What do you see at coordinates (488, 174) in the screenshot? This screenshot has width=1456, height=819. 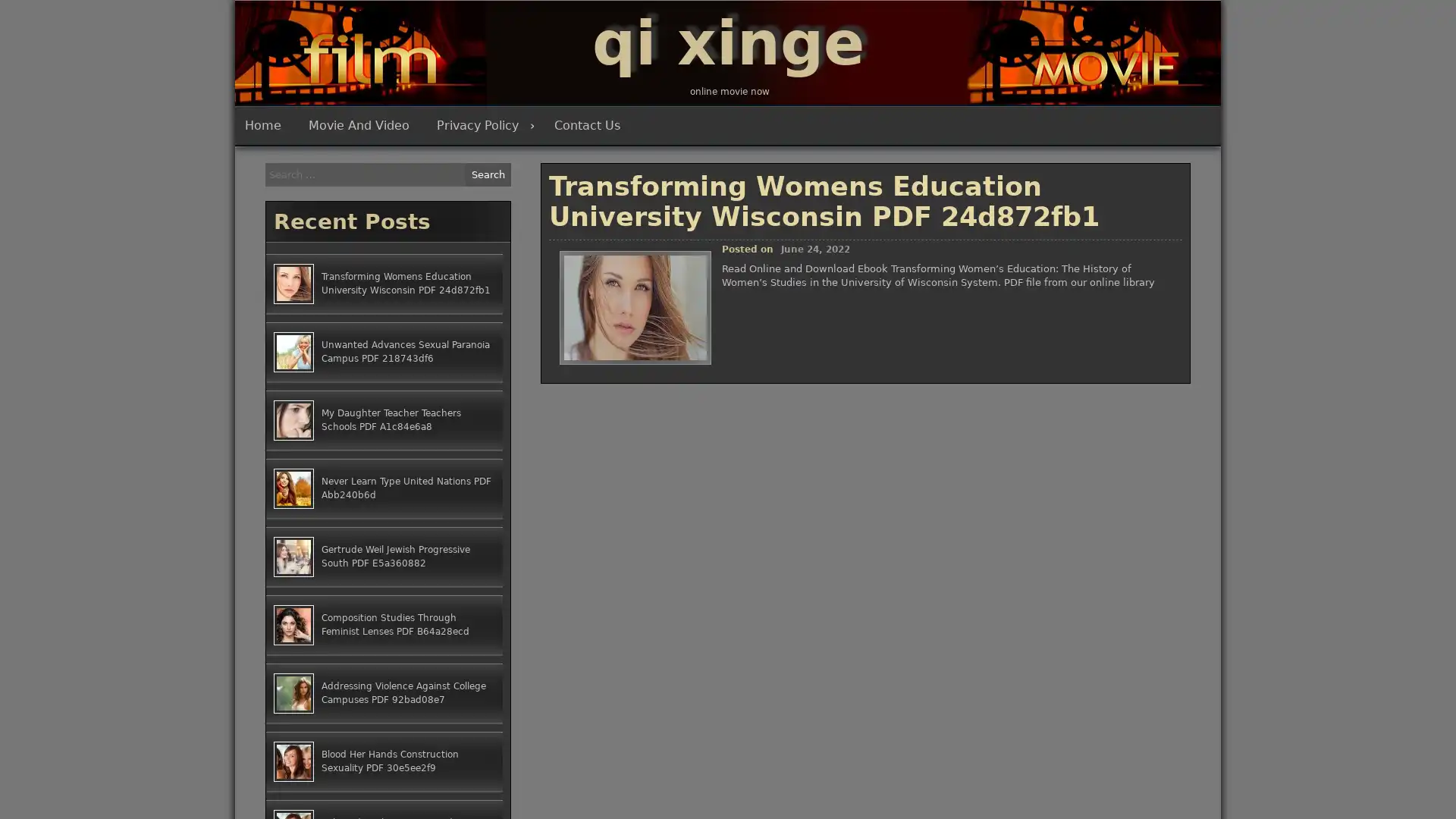 I see `Search` at bounding box center [488, 174].